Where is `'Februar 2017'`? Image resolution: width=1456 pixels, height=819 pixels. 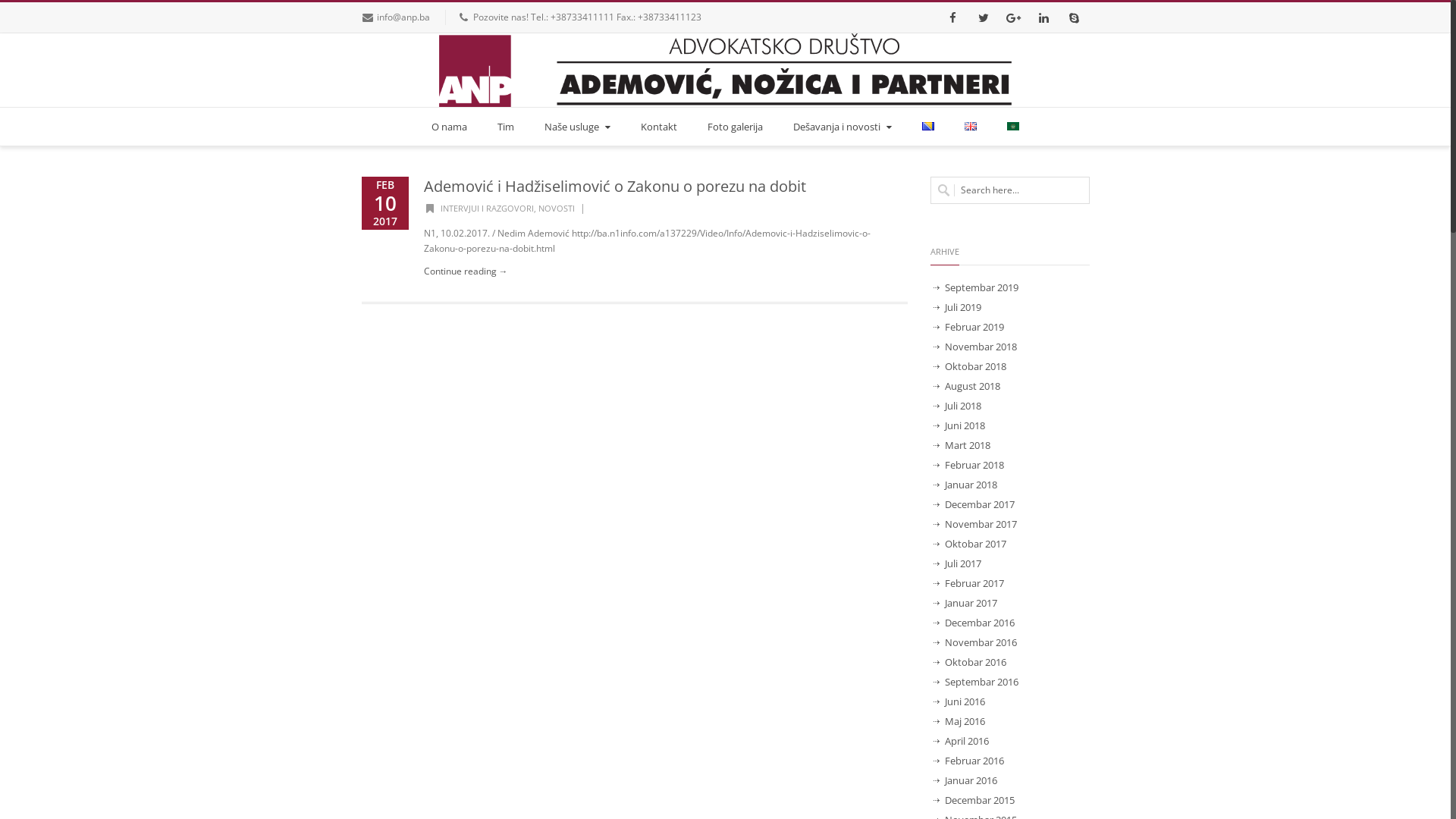
'Februar 2017' is located at coordinates (968, 582).